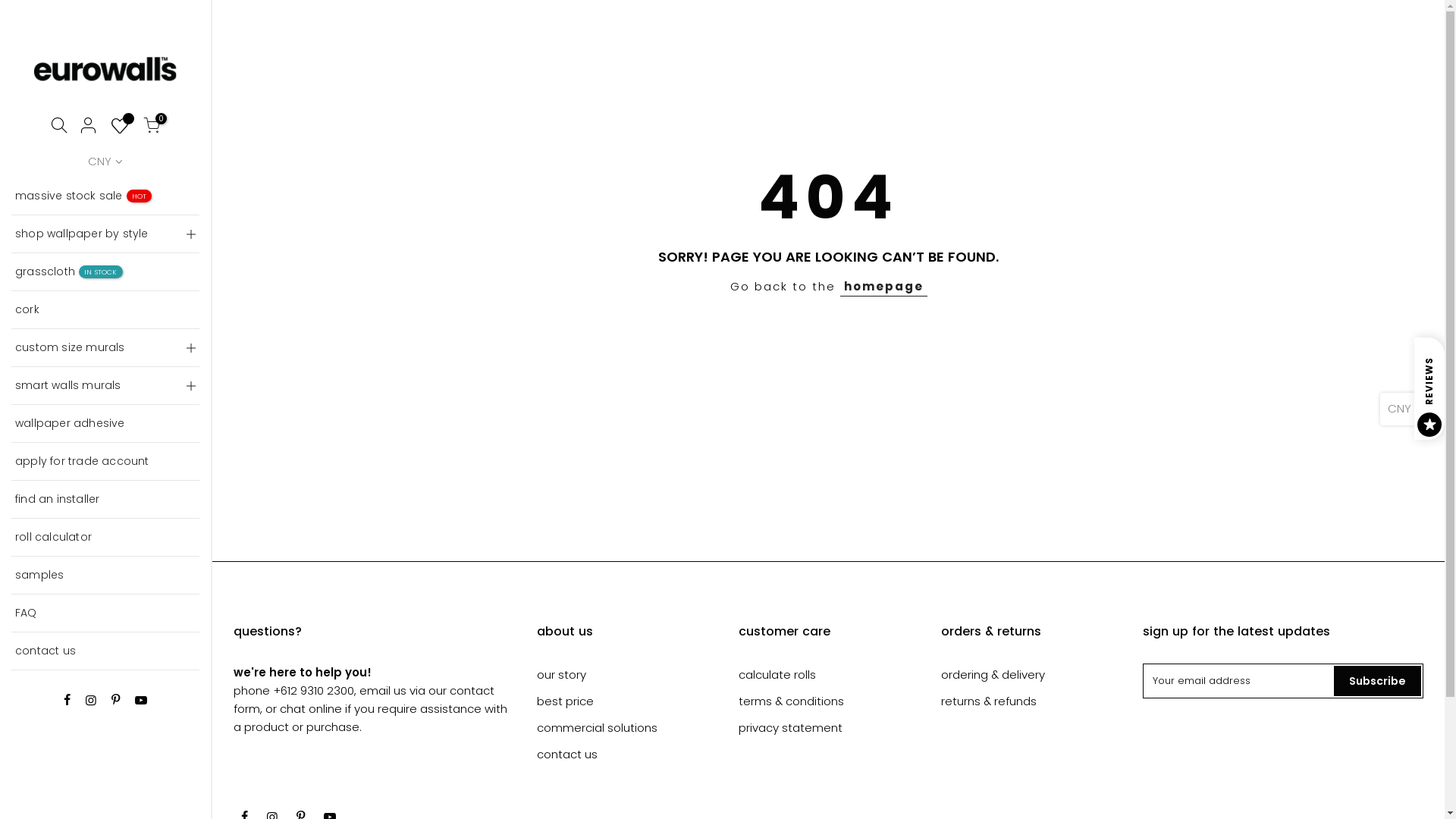  What do you see at coordinates (790, 701) in the screenshot?
I see `'terms & conditions'` at bounding box center [790, 701].